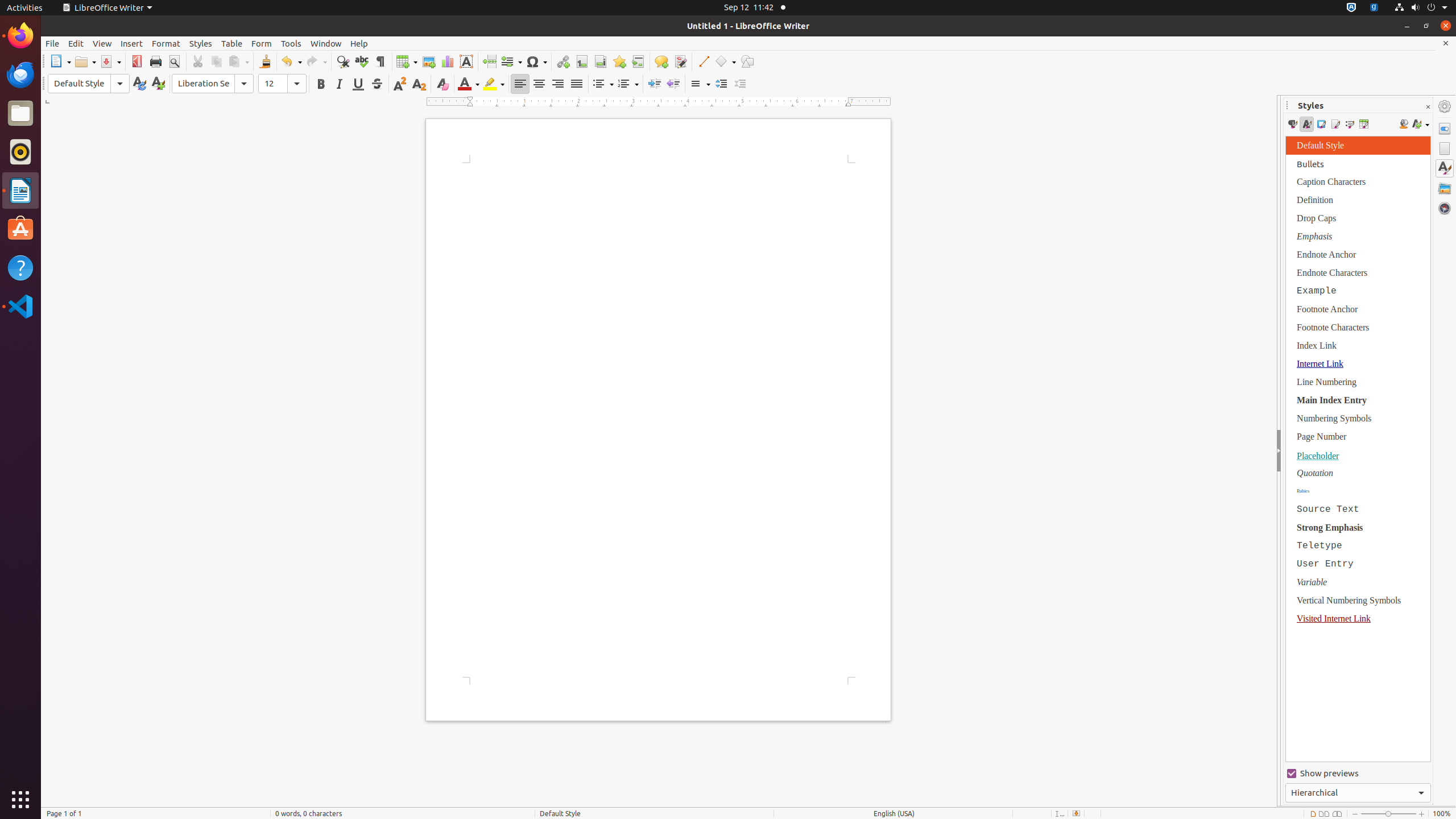 This screenshot has height=819, width=1456. What do you see at coordinates (238, 61) in the screenshot?
I see `'Paste'` at bounding box center [238, 61].